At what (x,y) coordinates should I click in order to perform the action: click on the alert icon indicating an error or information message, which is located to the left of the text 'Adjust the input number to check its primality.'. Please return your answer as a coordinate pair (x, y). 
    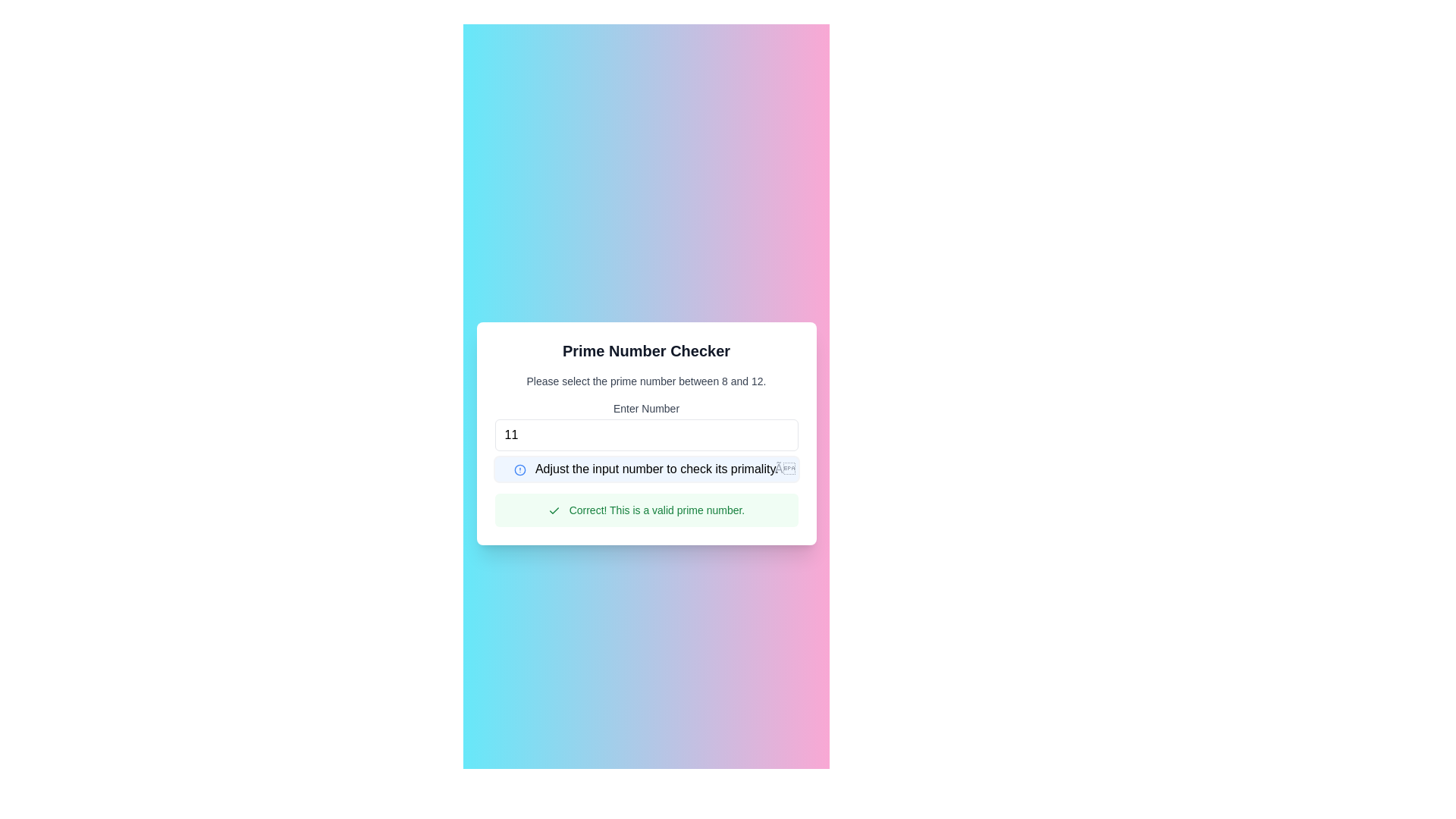
    Looking at the image, I should click on (520, 469).